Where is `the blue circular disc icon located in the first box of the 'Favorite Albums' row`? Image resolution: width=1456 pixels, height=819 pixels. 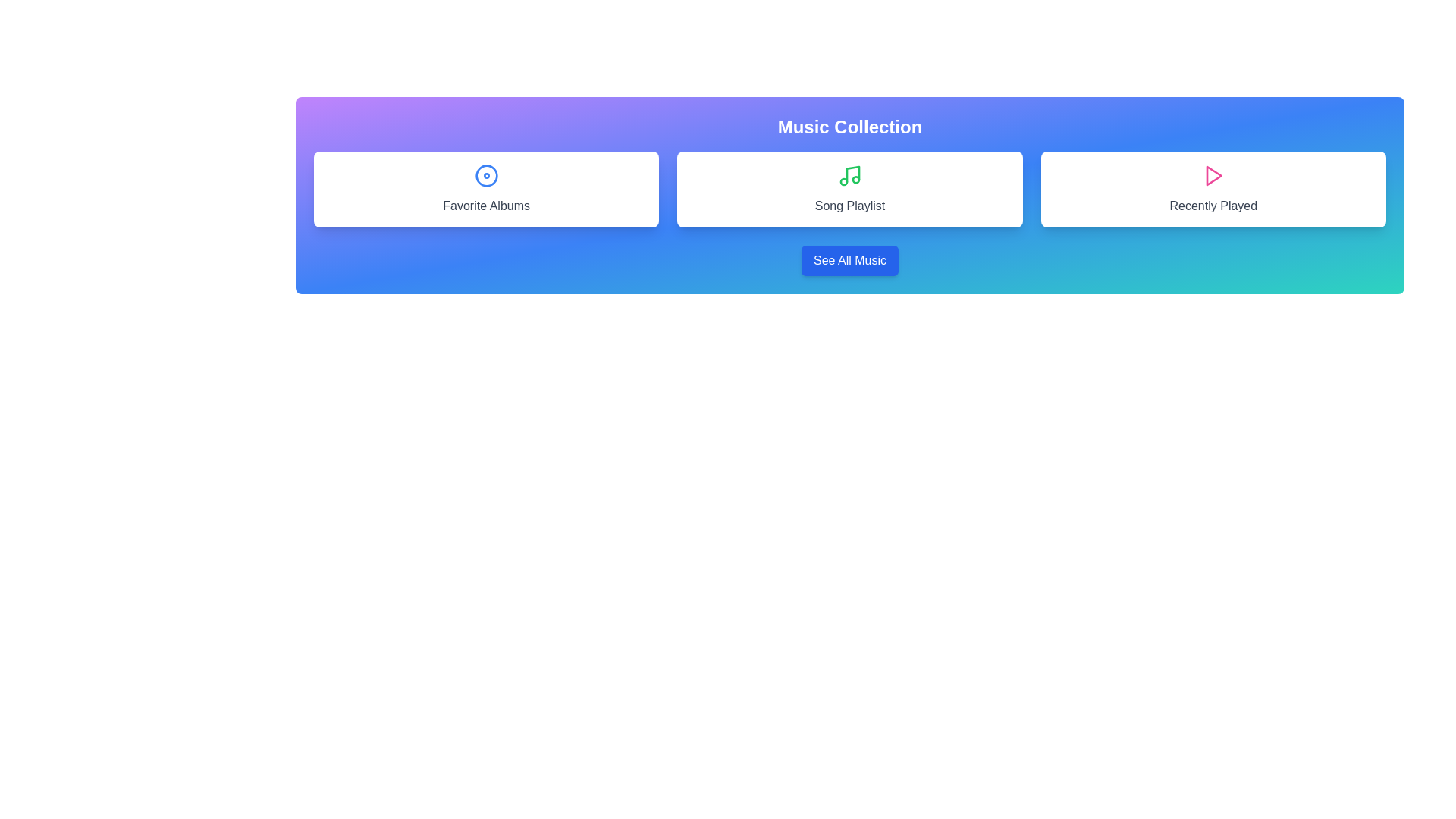
the blue circular disc icon located in the first box of the 'Favorite Albums' row is located at coordinates (486, 174).